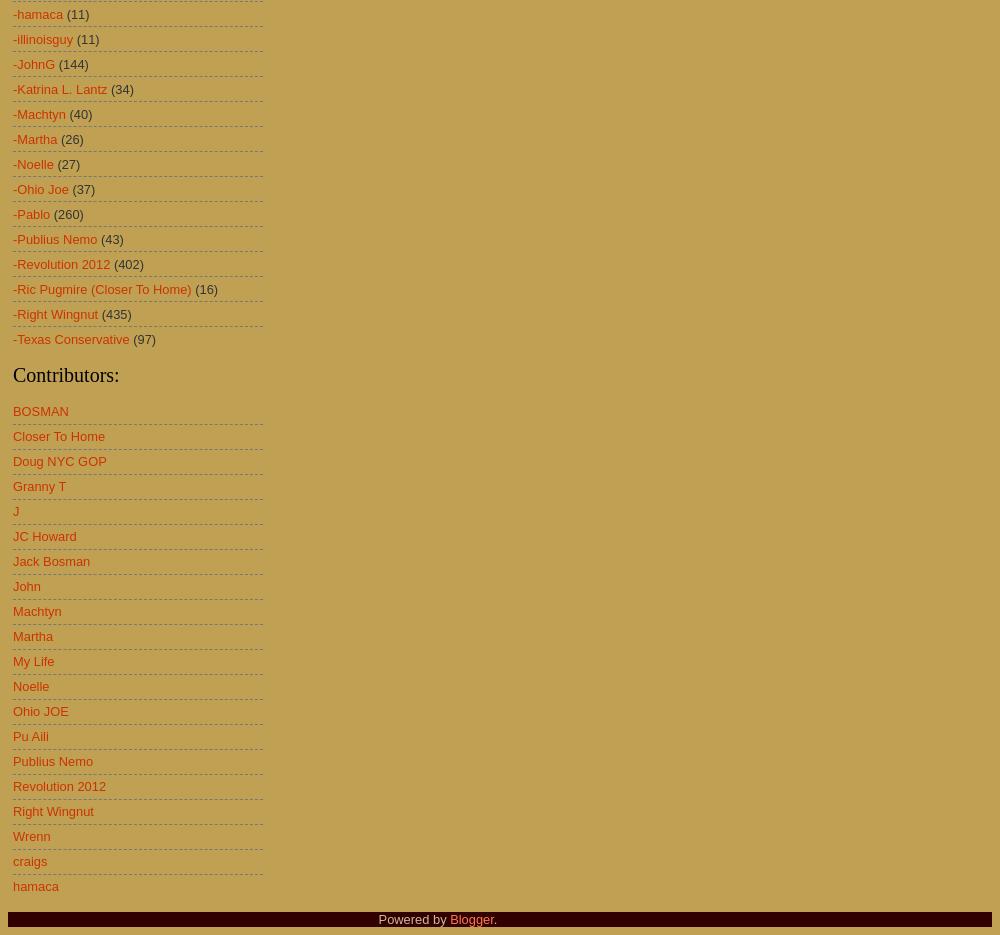  I want to click on 'Granny T', so click(39, 486).